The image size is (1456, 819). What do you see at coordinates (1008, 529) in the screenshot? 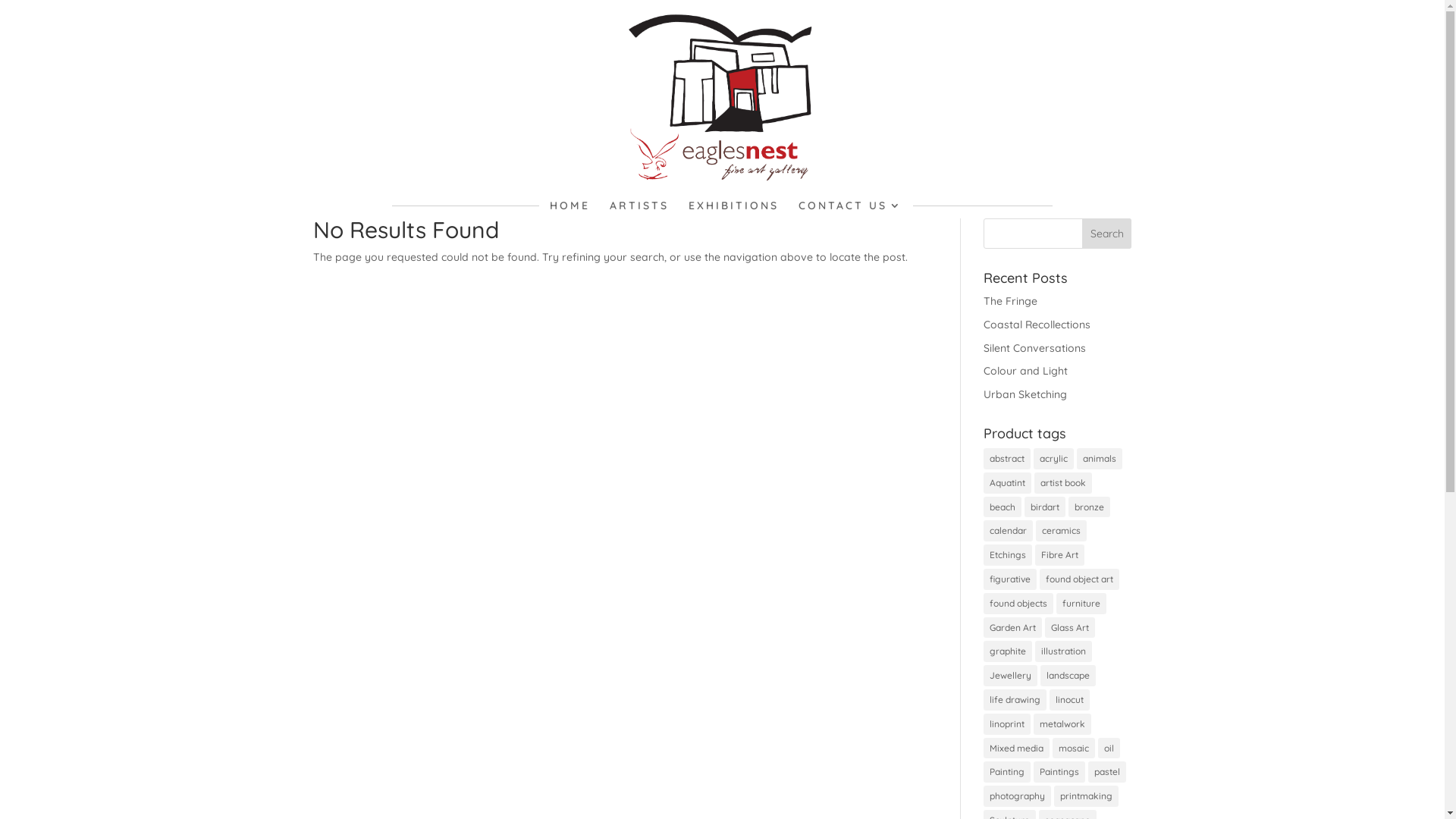
I see `'calendar'` at bounding box center [1008, 529].